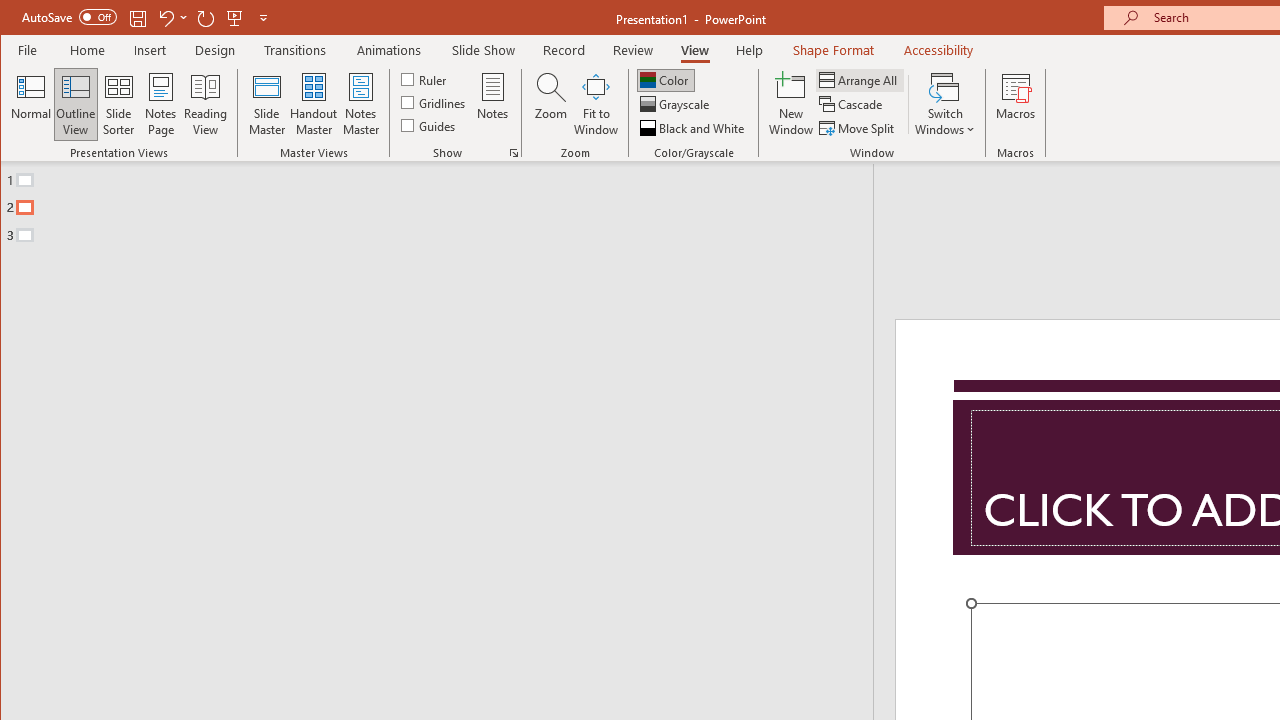  Describe the element at coordinates (666, 79) in the screenshot. I see `'Color'` at that location.